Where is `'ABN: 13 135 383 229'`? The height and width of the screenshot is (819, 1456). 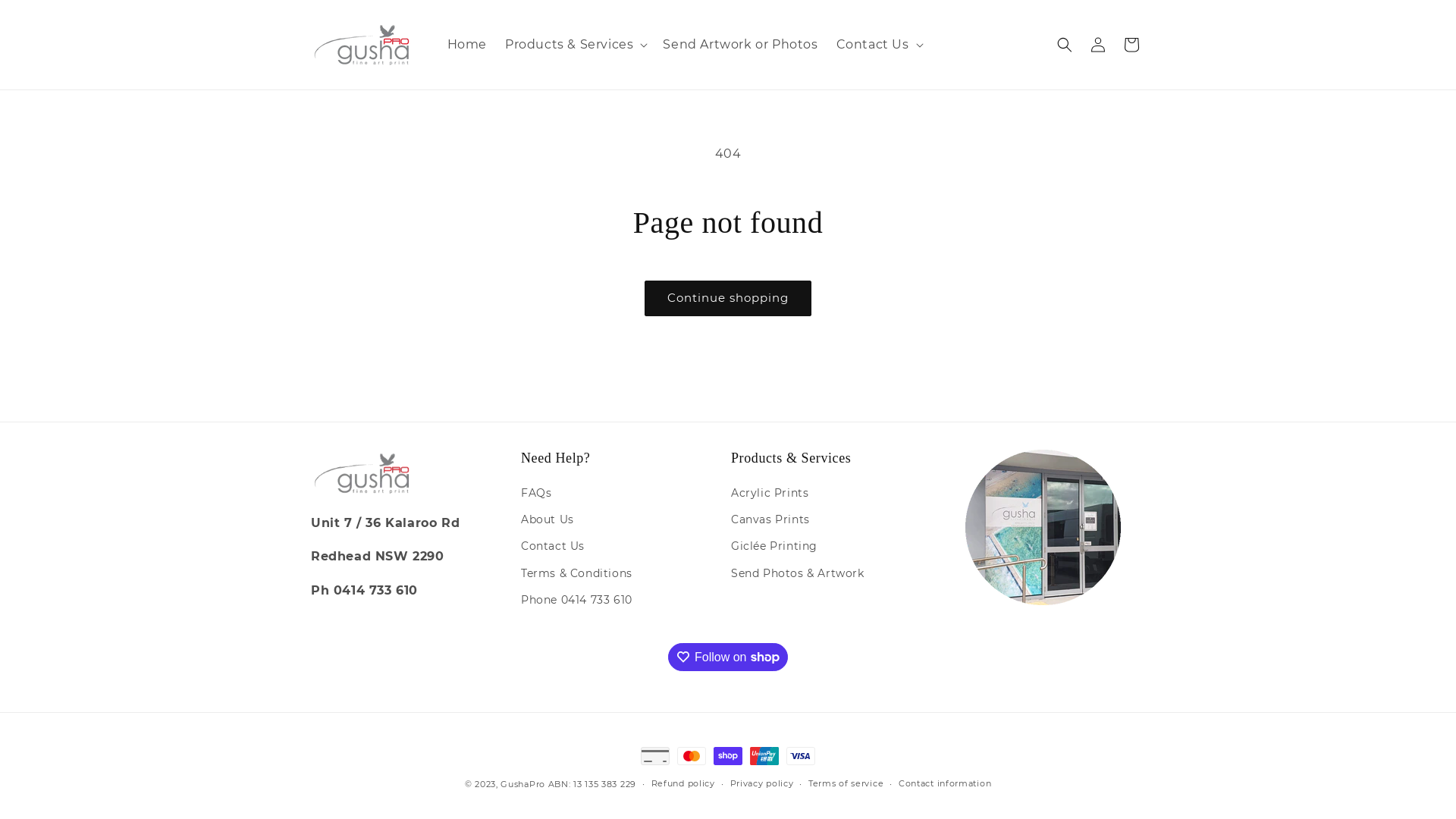
'ABN: 13 135 383 229' is located at coordinates (591, 783).